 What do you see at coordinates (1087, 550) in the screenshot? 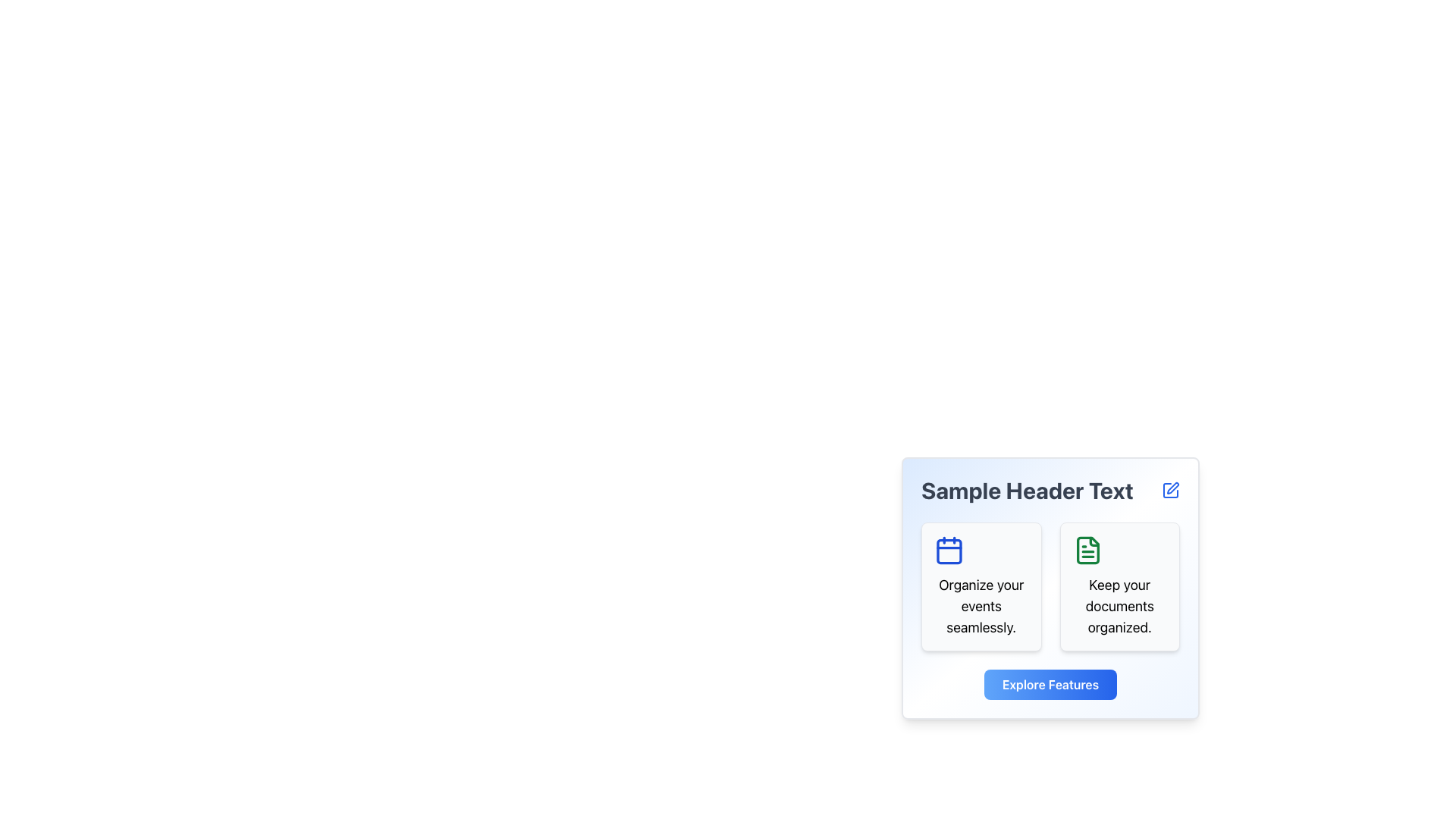
I see `the organizing documents icon located in the right feature box labeled 'Keep your documents organized'` at bounding box center [1087, 550].